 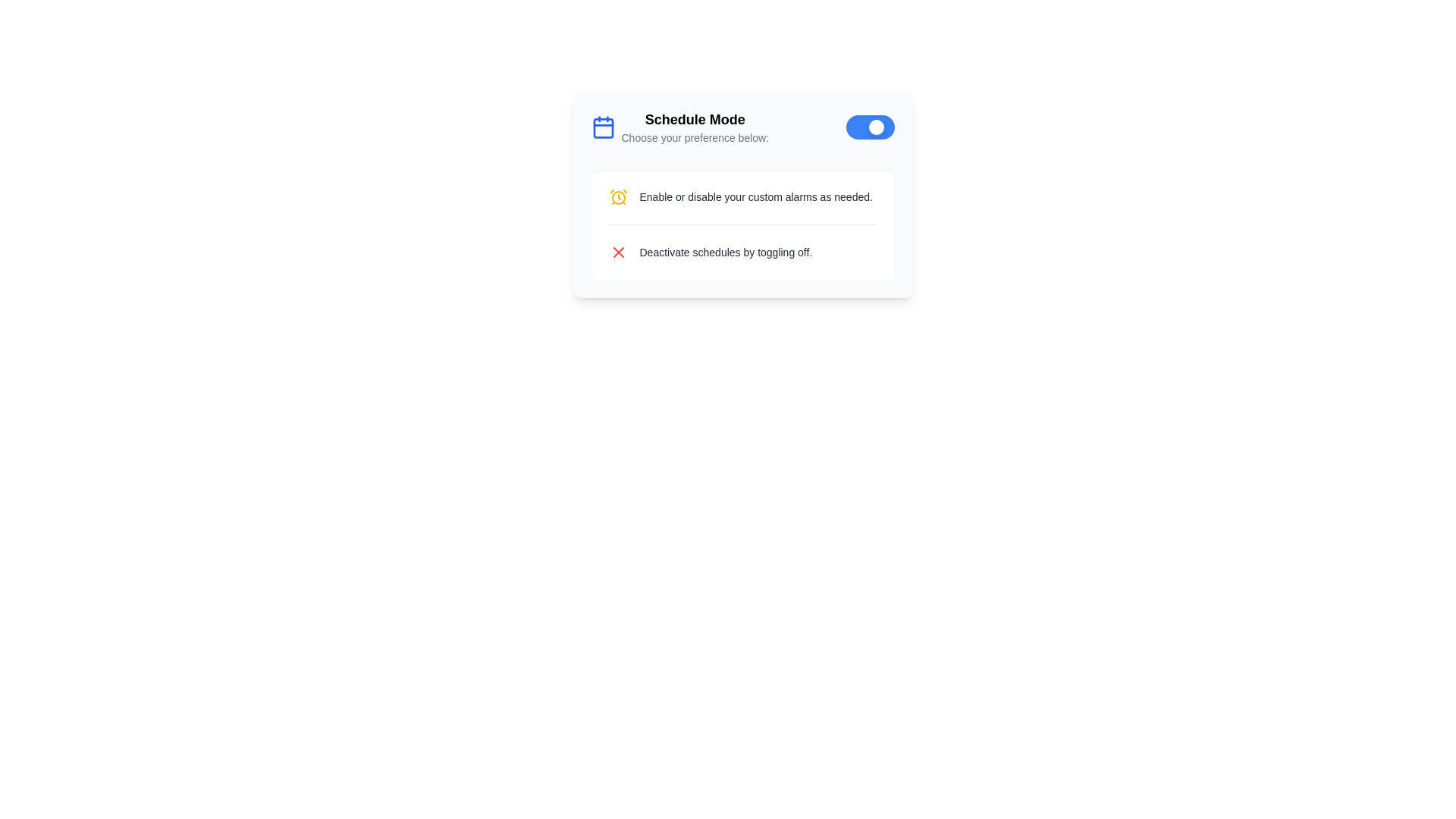 I want to click on the red 'X' icon, which is positioned to the far left of the horizontal arrangement and is part of a group with a text element reading 'Deactivate schedules by toggling off.', so click(x=618, y=251).